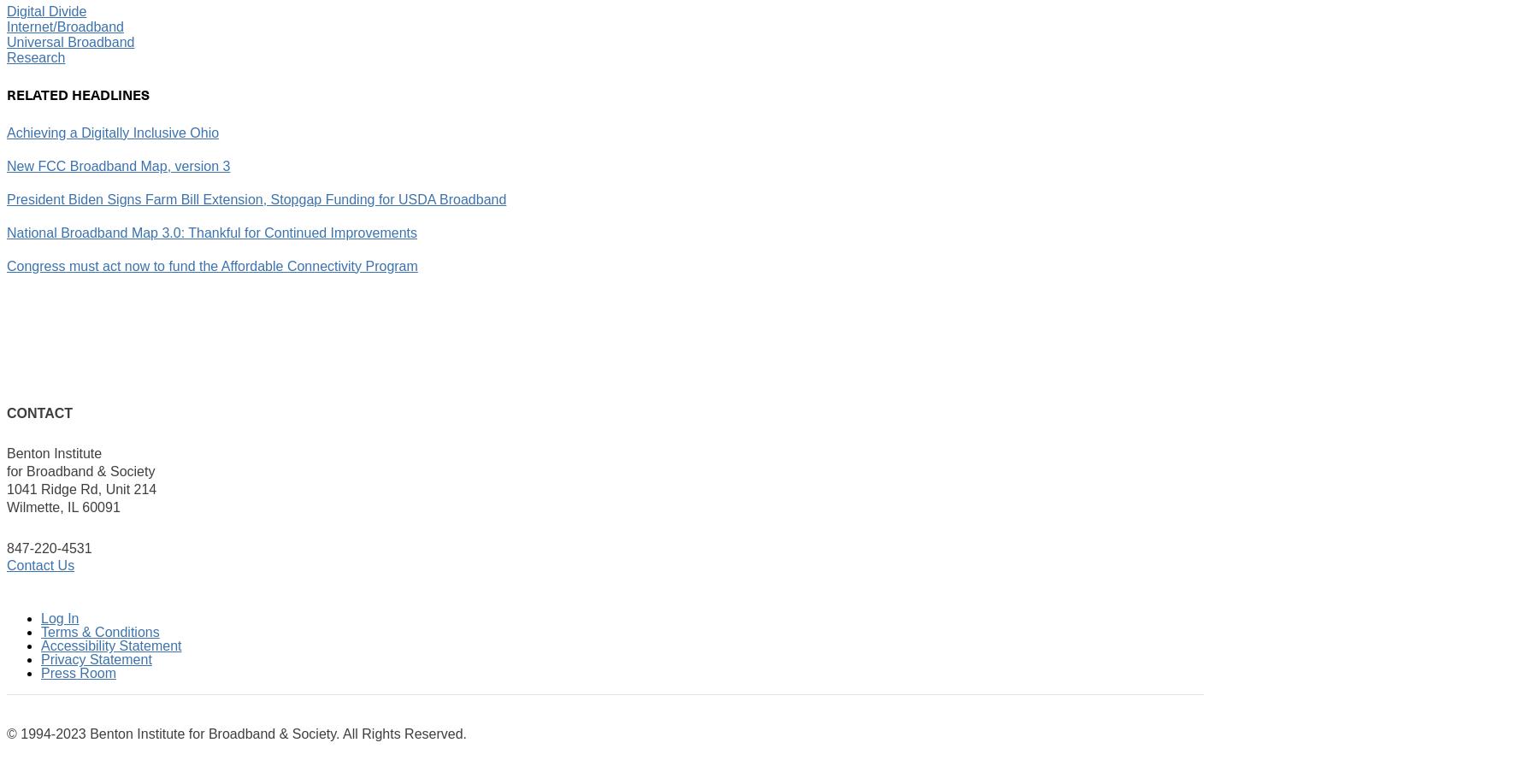 This screenshot has width=1539, height=784. I want to click on 'Log In', so click(59, 617).